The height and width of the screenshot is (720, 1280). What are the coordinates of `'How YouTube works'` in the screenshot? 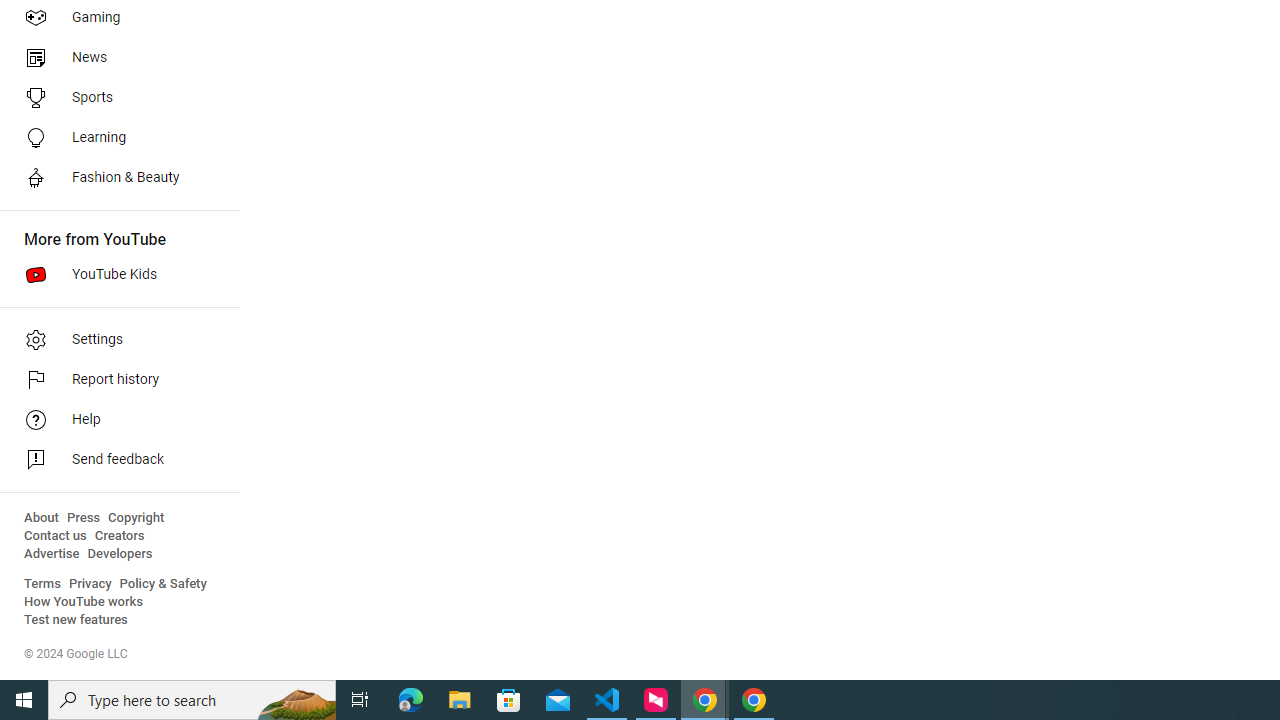 It's located at (82, 601).